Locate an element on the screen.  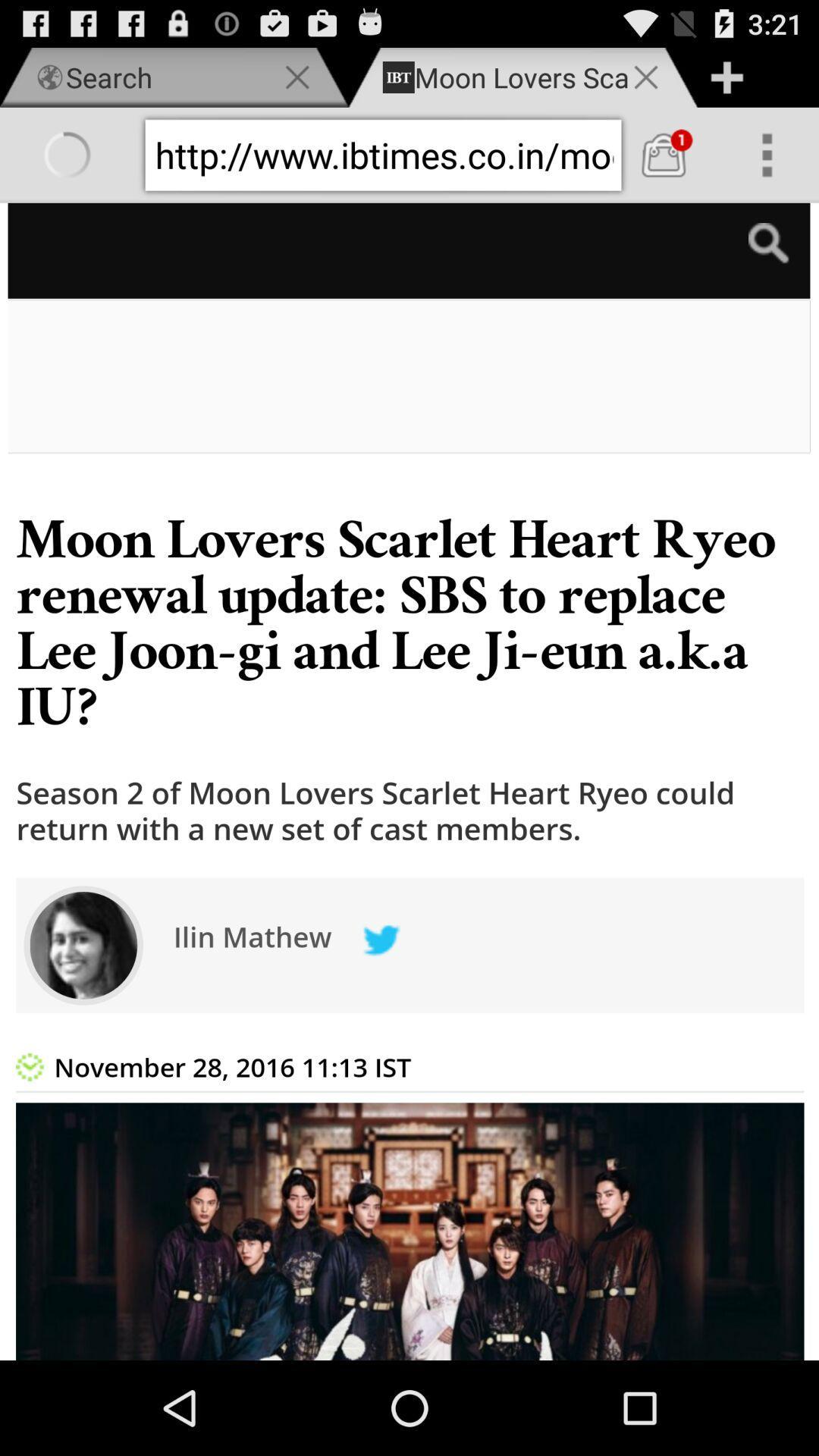
open more settings is located at coordinates (767, 155).